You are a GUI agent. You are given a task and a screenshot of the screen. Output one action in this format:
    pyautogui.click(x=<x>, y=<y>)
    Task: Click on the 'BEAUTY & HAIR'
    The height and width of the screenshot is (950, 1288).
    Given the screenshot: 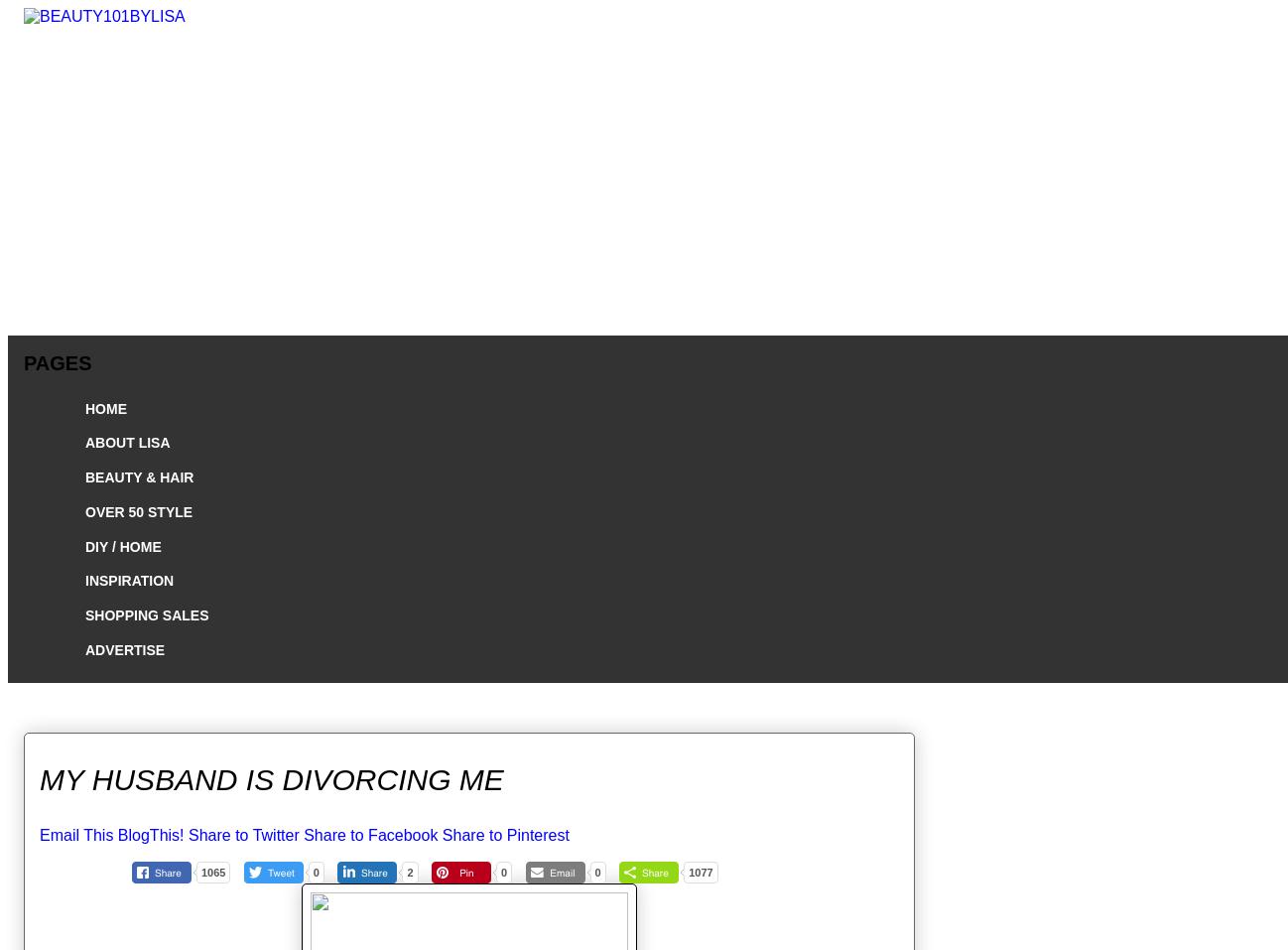 What is the action you would take?
    pyautogui.click(x=138, y=476)
    